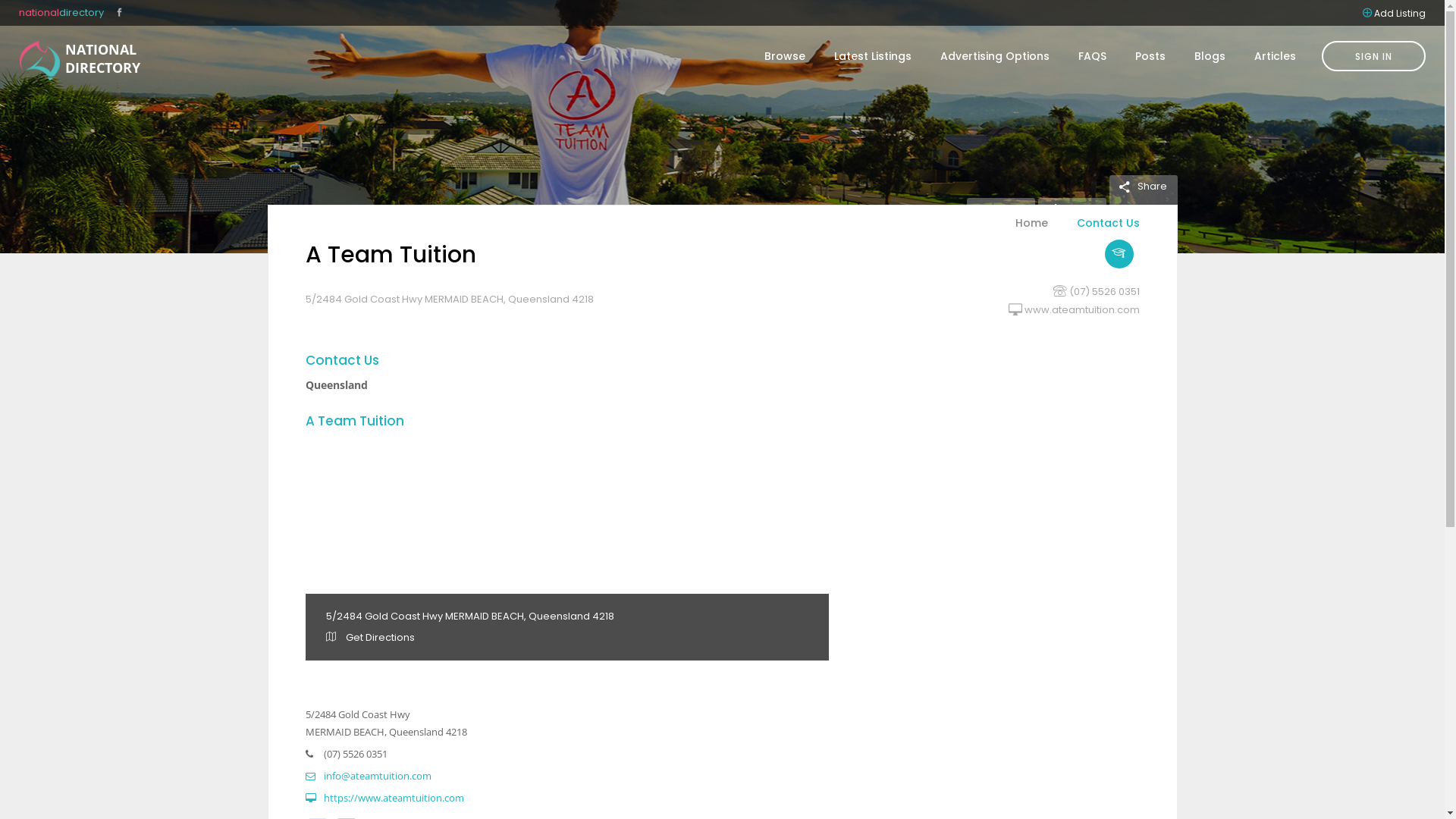 This screenshot has height=819, width=1456. I want to click on 'www.ateamtuition.com', so click(1080, 309).